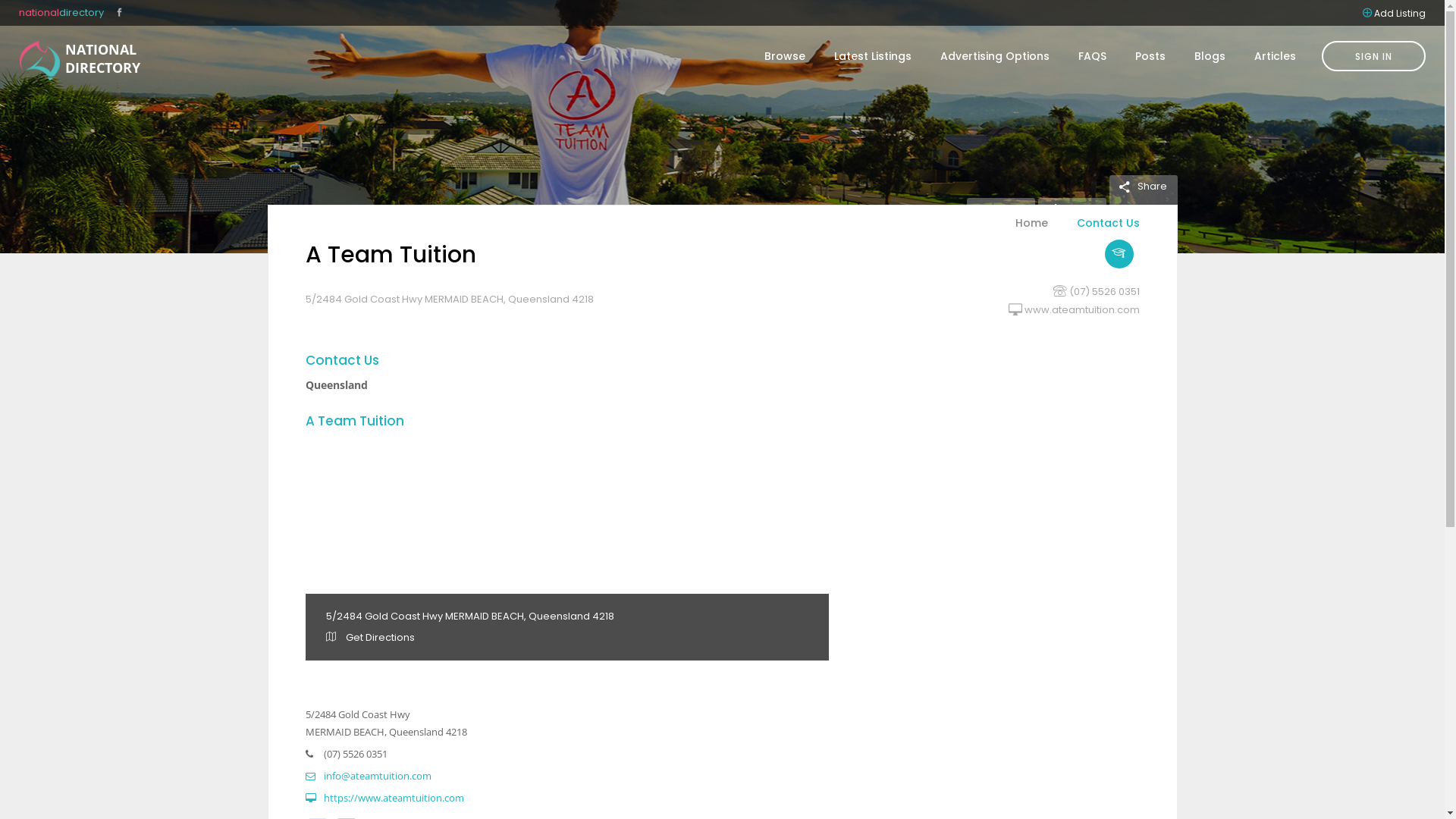 This screenshot has height=819, width=1456. I want to click on 'www.ateamtuition.com', so click(1080, 309).